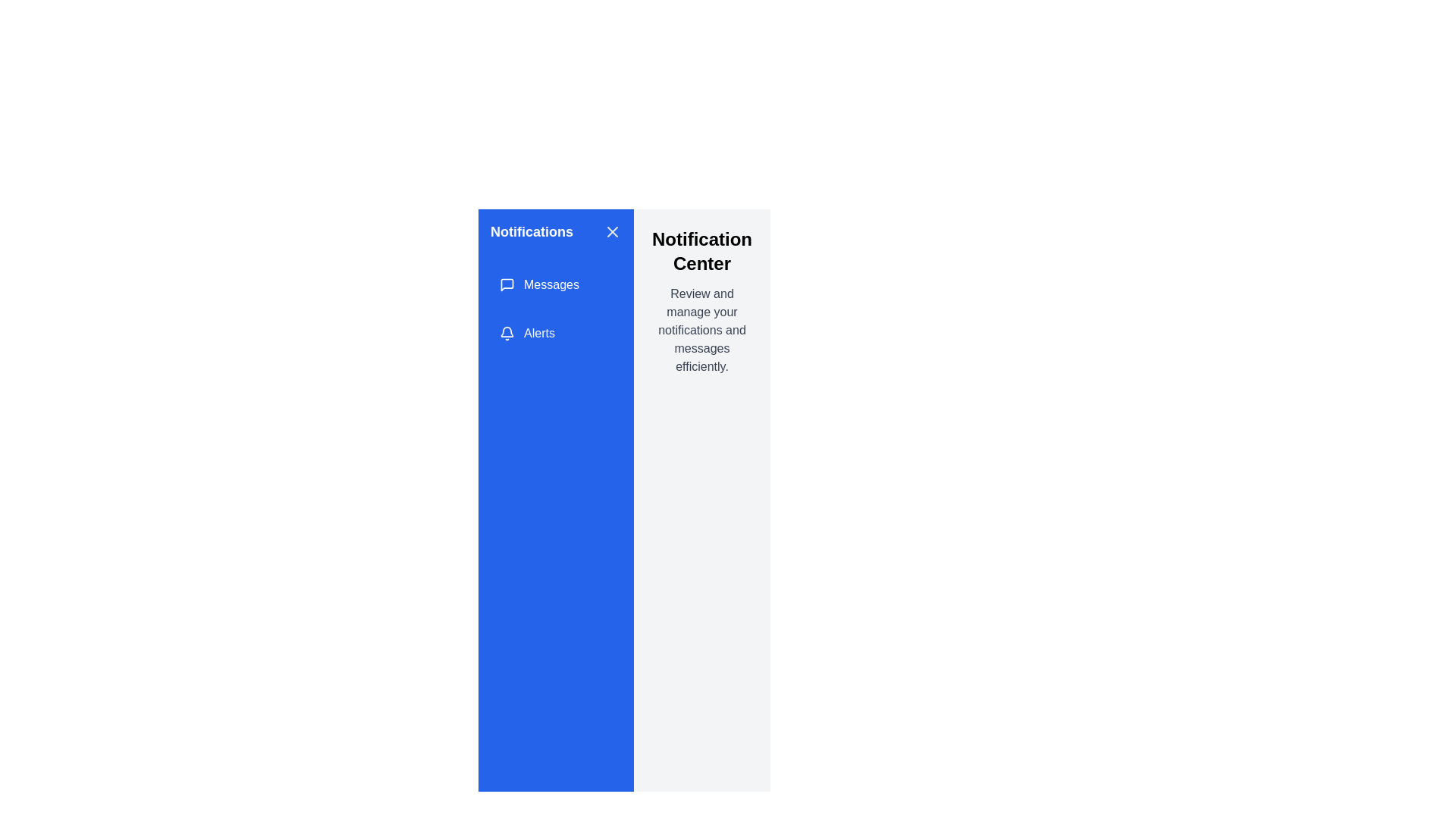 This screenshot has width=1456, height=819. I want to click on the speech bubble icon located in the left sidebar next to the 'Messages' text label, so click(507, 284).